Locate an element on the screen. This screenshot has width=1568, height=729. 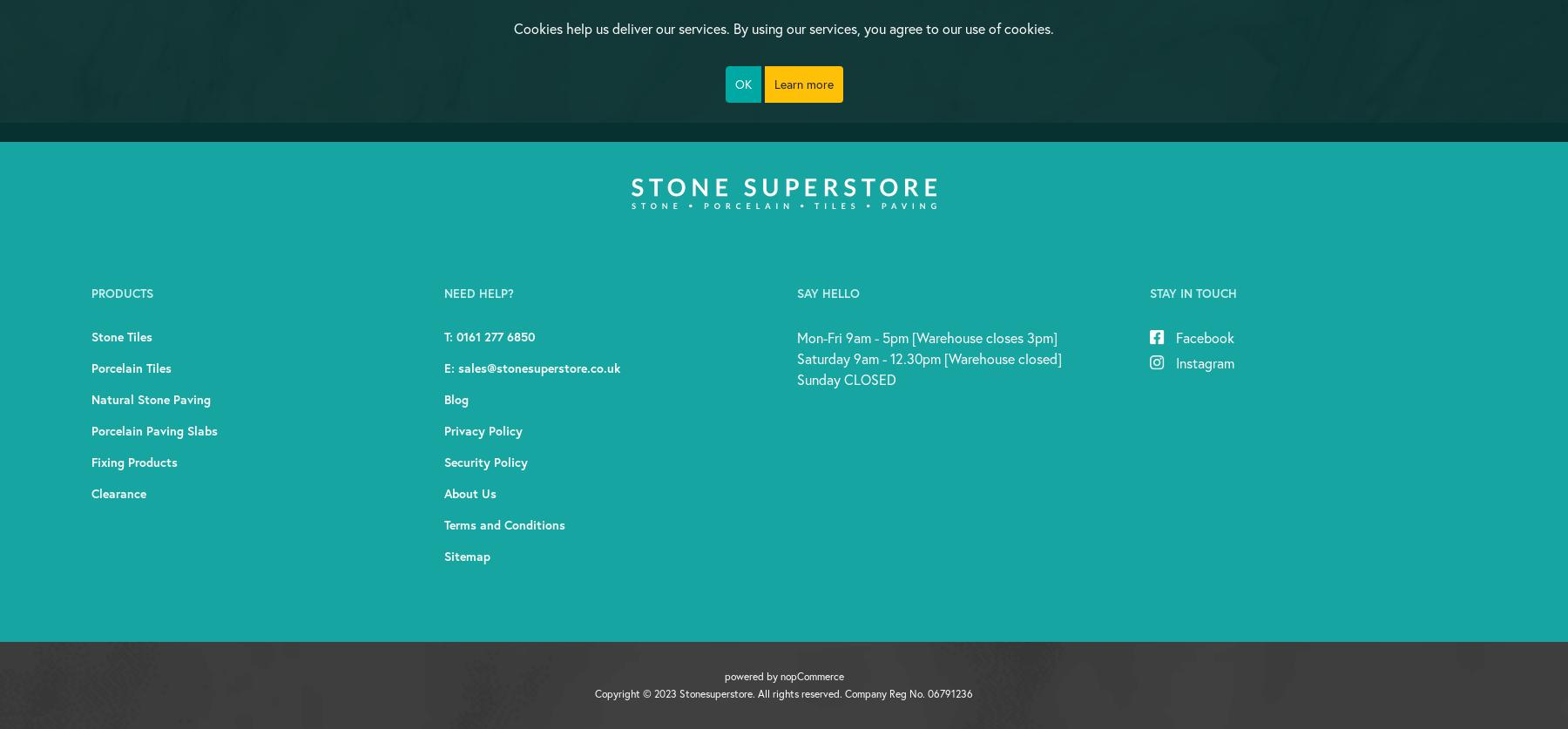
'Saturday 9am - 12.30pm [Warehouse closed]' is located at coordinates (929, 357).